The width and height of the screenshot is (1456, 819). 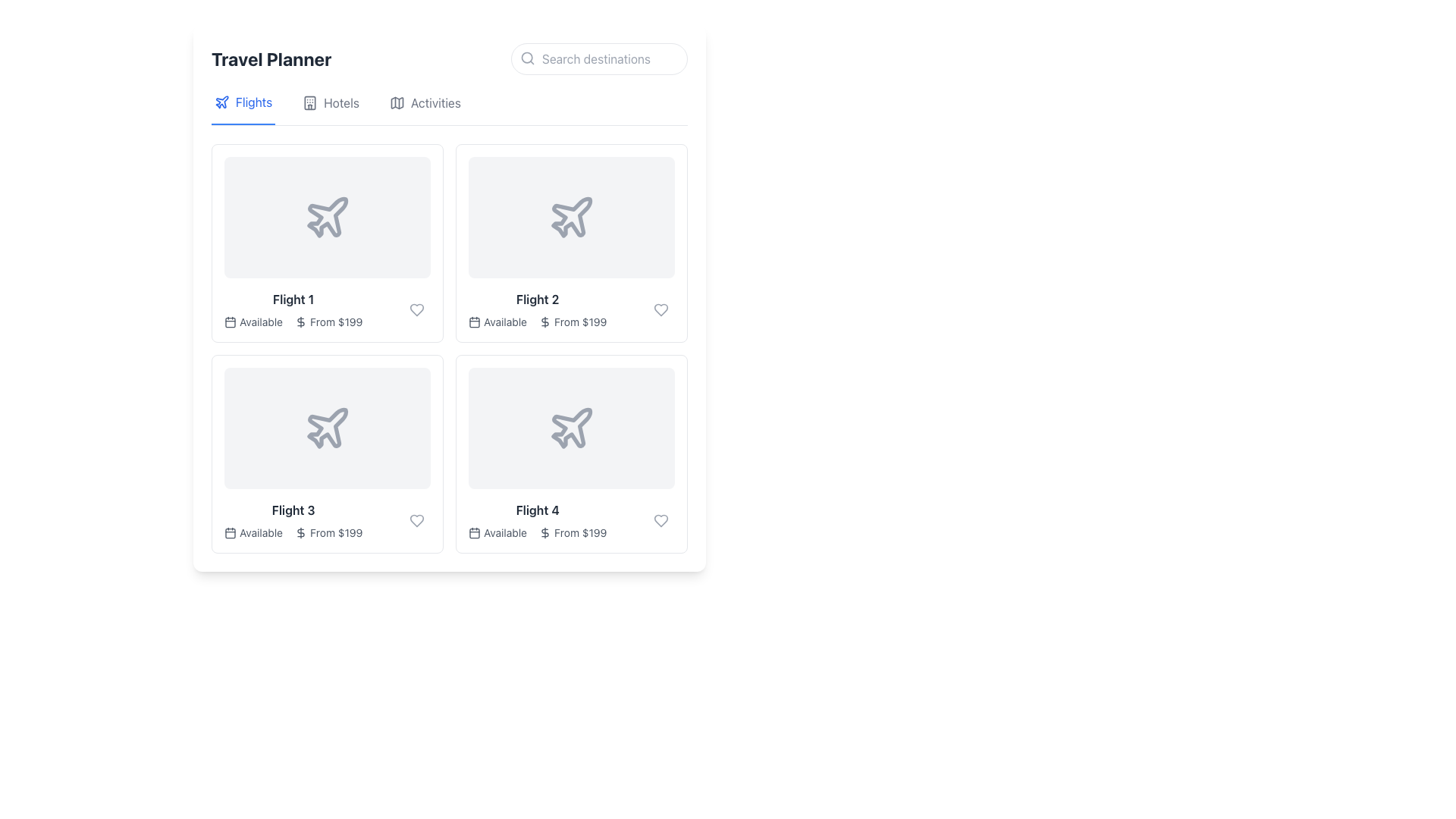 What do you see at coordinates (572, 321) in the screenshot?
I see `the text element displaying 'From $199' with an icon, located in the 'Flight 2' card, below the 'Available' caption` at bounding box center [572, 321].